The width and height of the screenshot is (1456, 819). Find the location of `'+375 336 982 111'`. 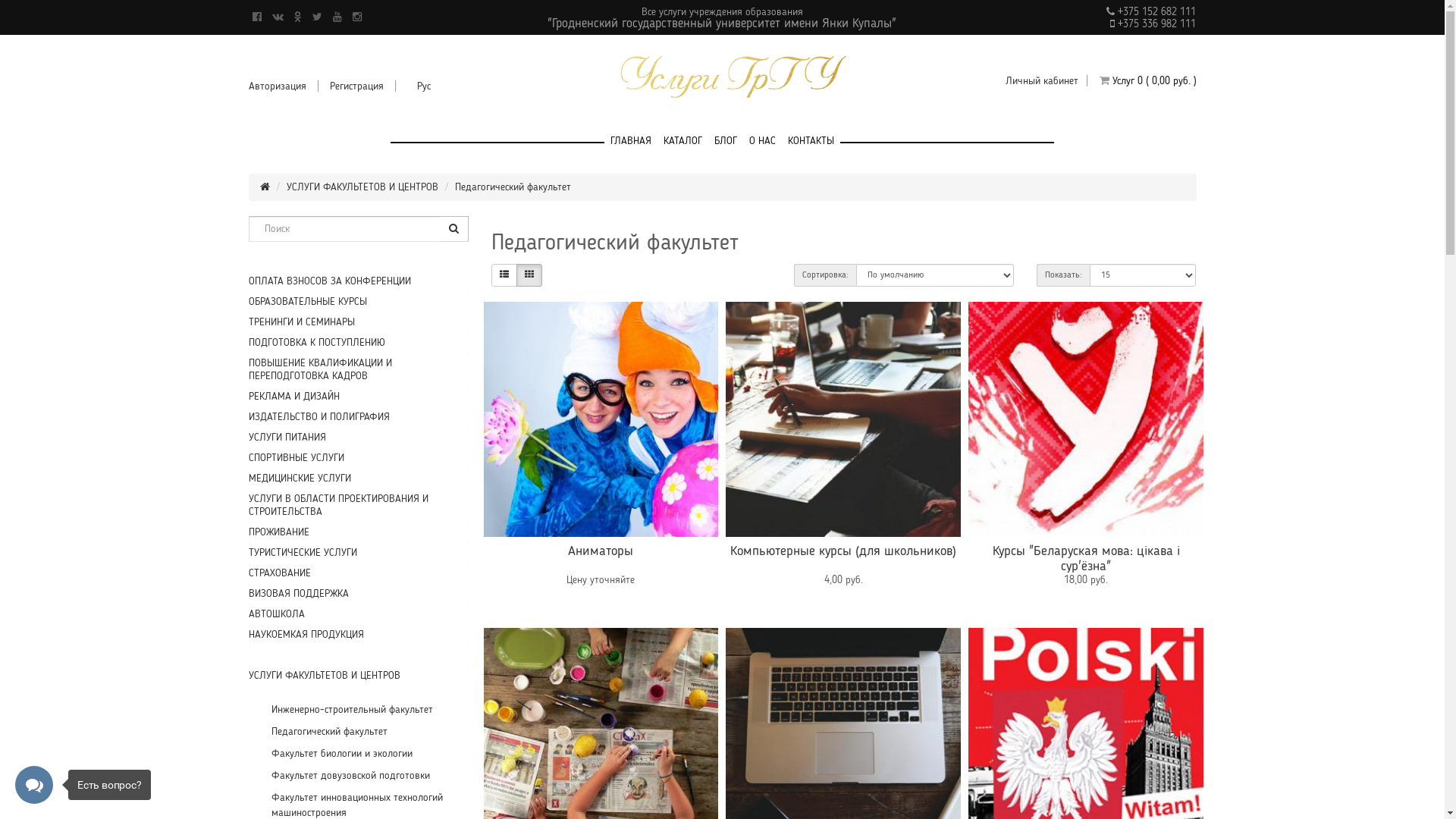

'+375 336 982 111' is located at coordinates (1154, 24).